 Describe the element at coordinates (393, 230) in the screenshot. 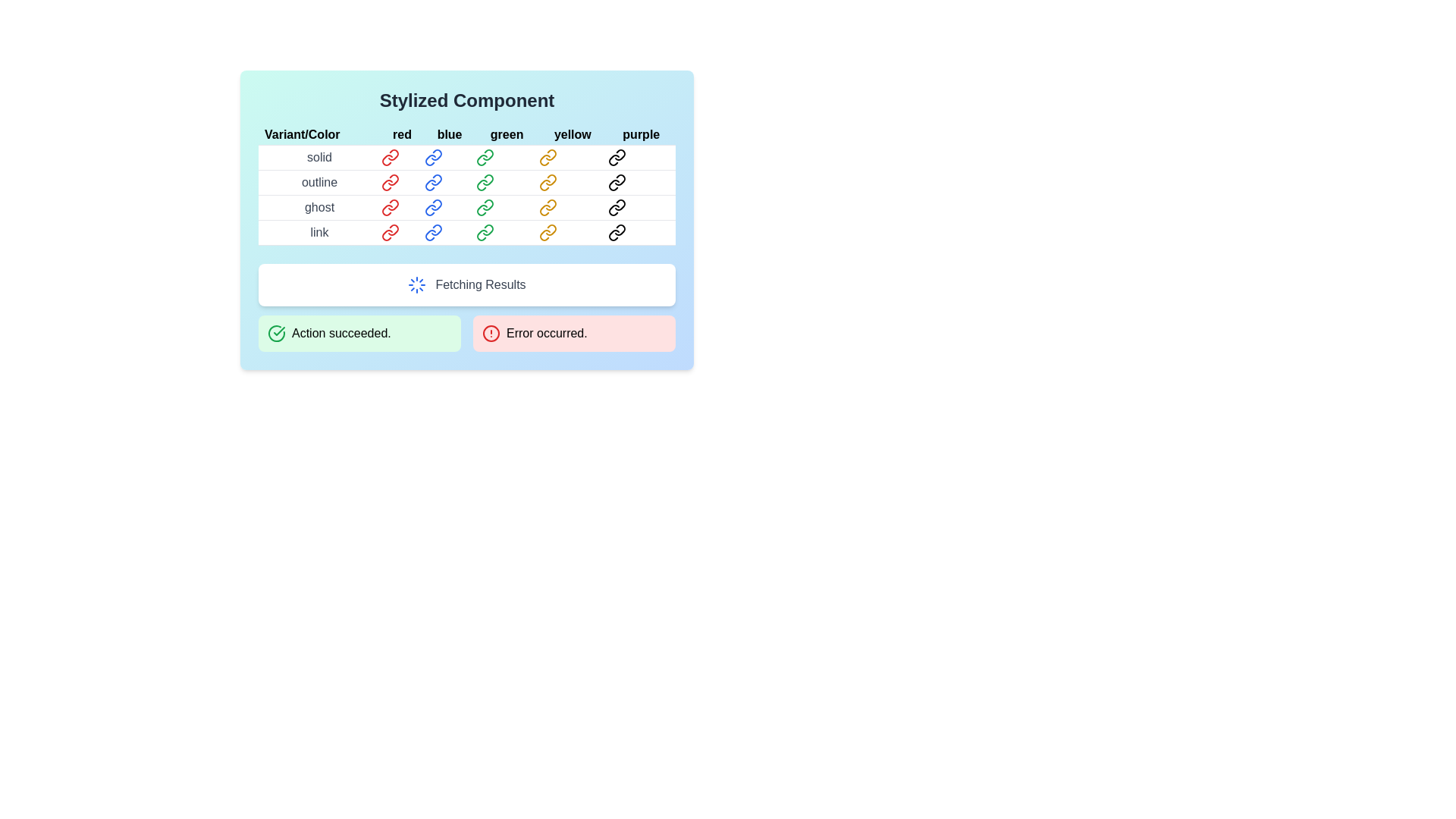

I see `the red link icon located in the 'link' row under the 'red' column of the stylized table interface, which features a modern design with a sharp look` at that location.